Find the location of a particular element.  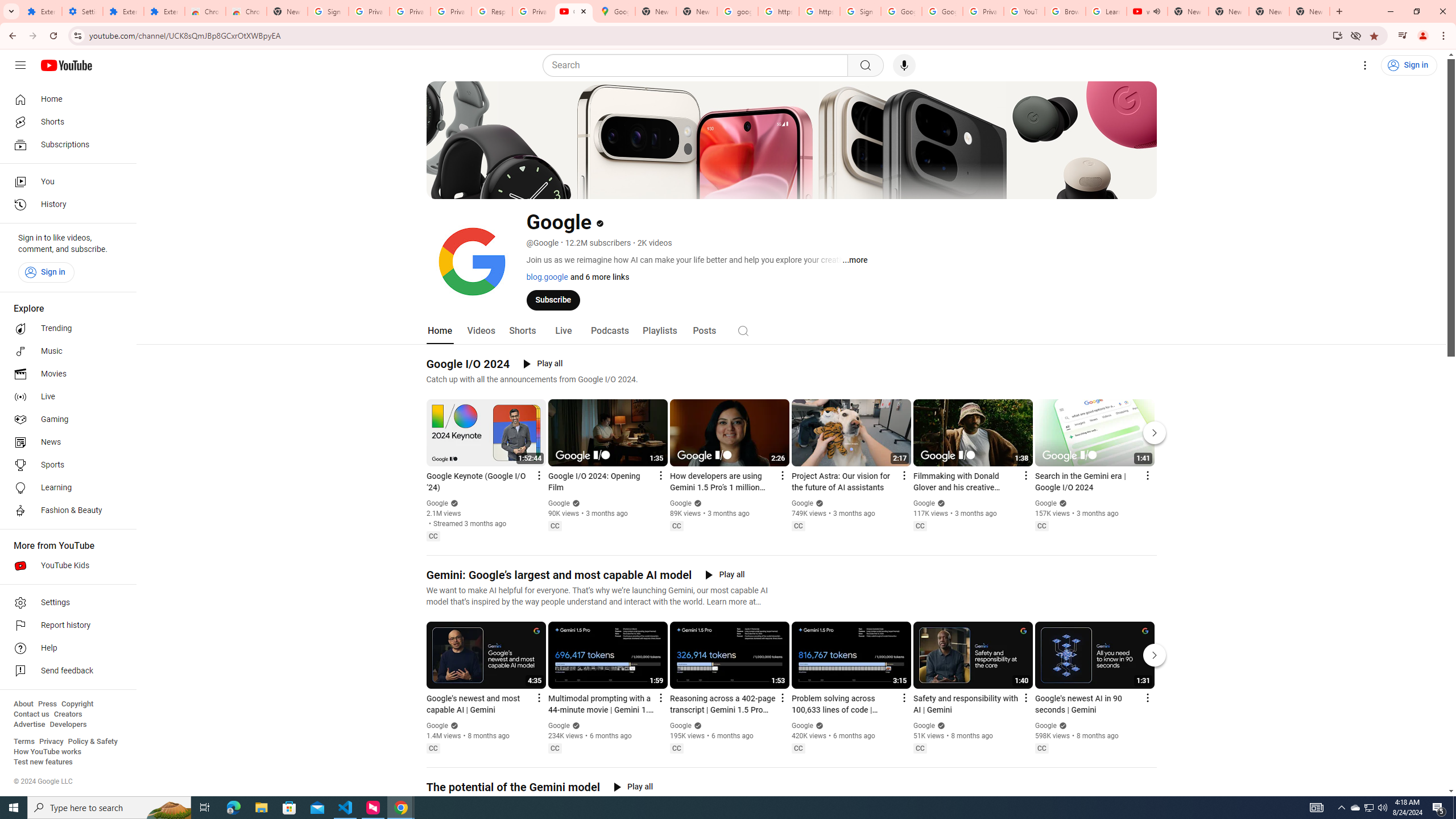

'Install YouTube' is located at coordinates (1337, 35).